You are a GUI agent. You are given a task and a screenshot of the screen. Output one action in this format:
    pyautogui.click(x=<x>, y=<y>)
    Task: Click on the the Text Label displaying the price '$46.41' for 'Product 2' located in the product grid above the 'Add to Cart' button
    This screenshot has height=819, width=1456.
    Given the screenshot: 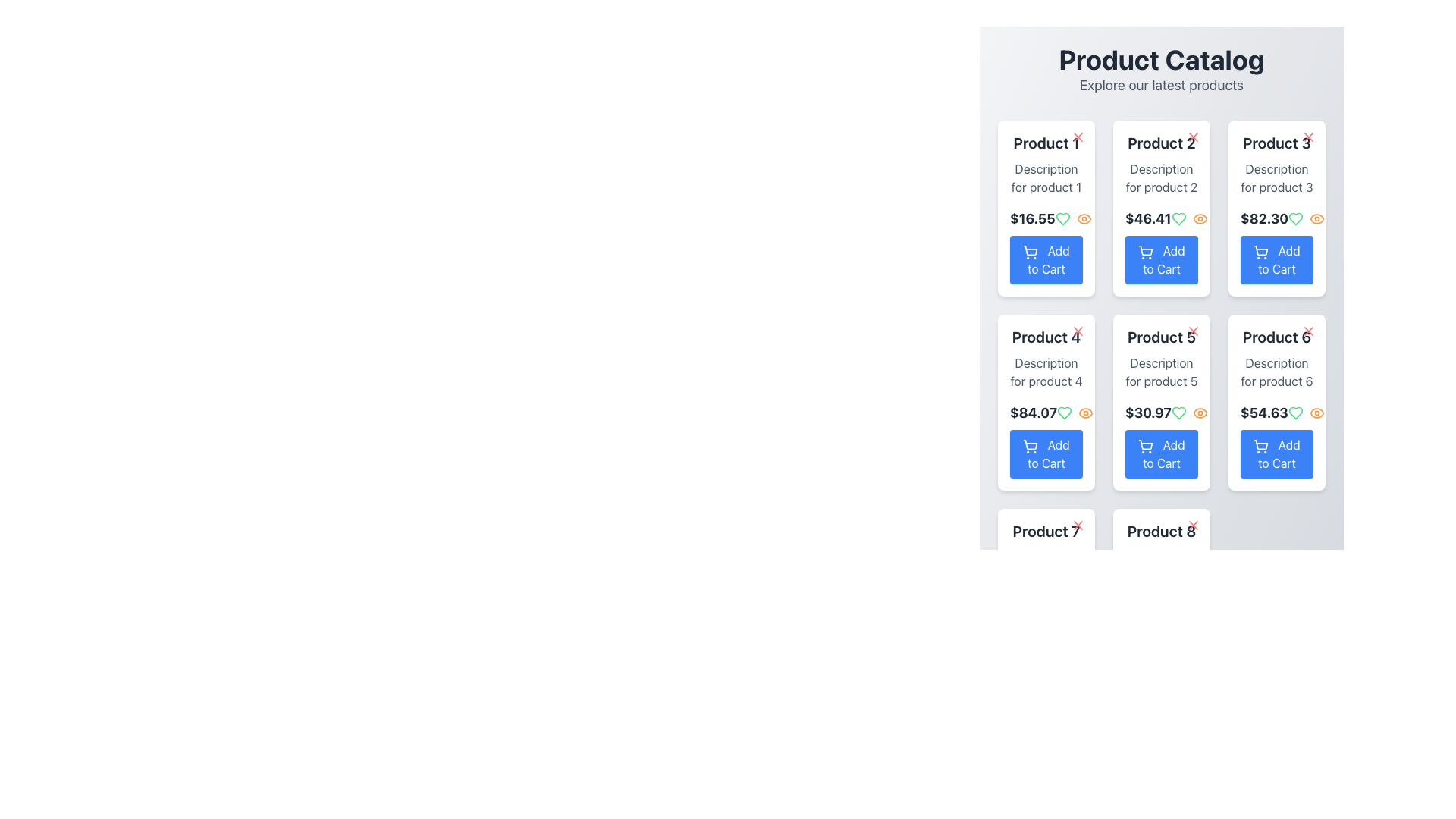 What is the action you would take?
    pyautogui.click(x=1160, y=219)
    